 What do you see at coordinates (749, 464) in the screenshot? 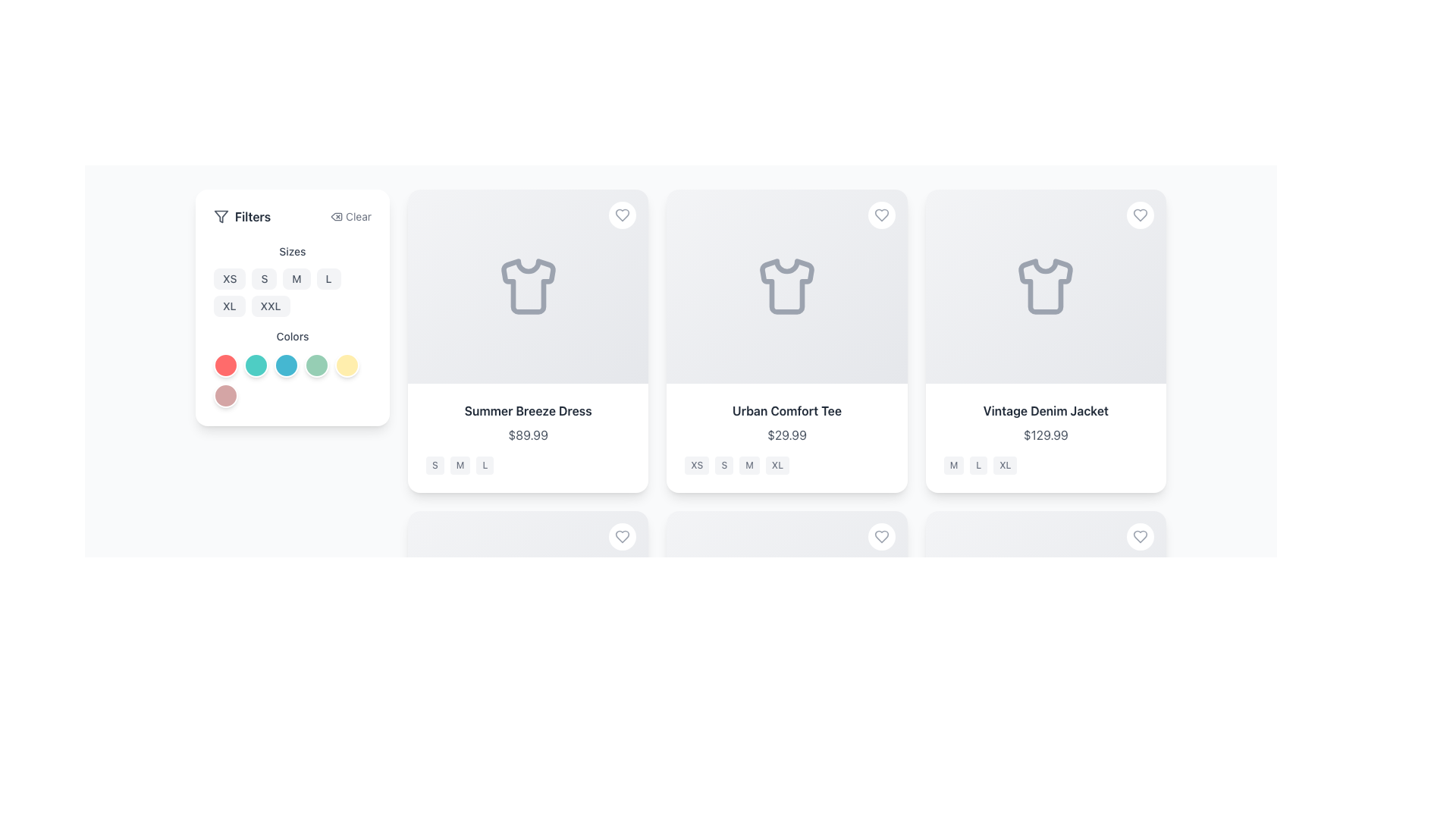
I see `the third button labeled 'M'` at bounding box center [749, 464].